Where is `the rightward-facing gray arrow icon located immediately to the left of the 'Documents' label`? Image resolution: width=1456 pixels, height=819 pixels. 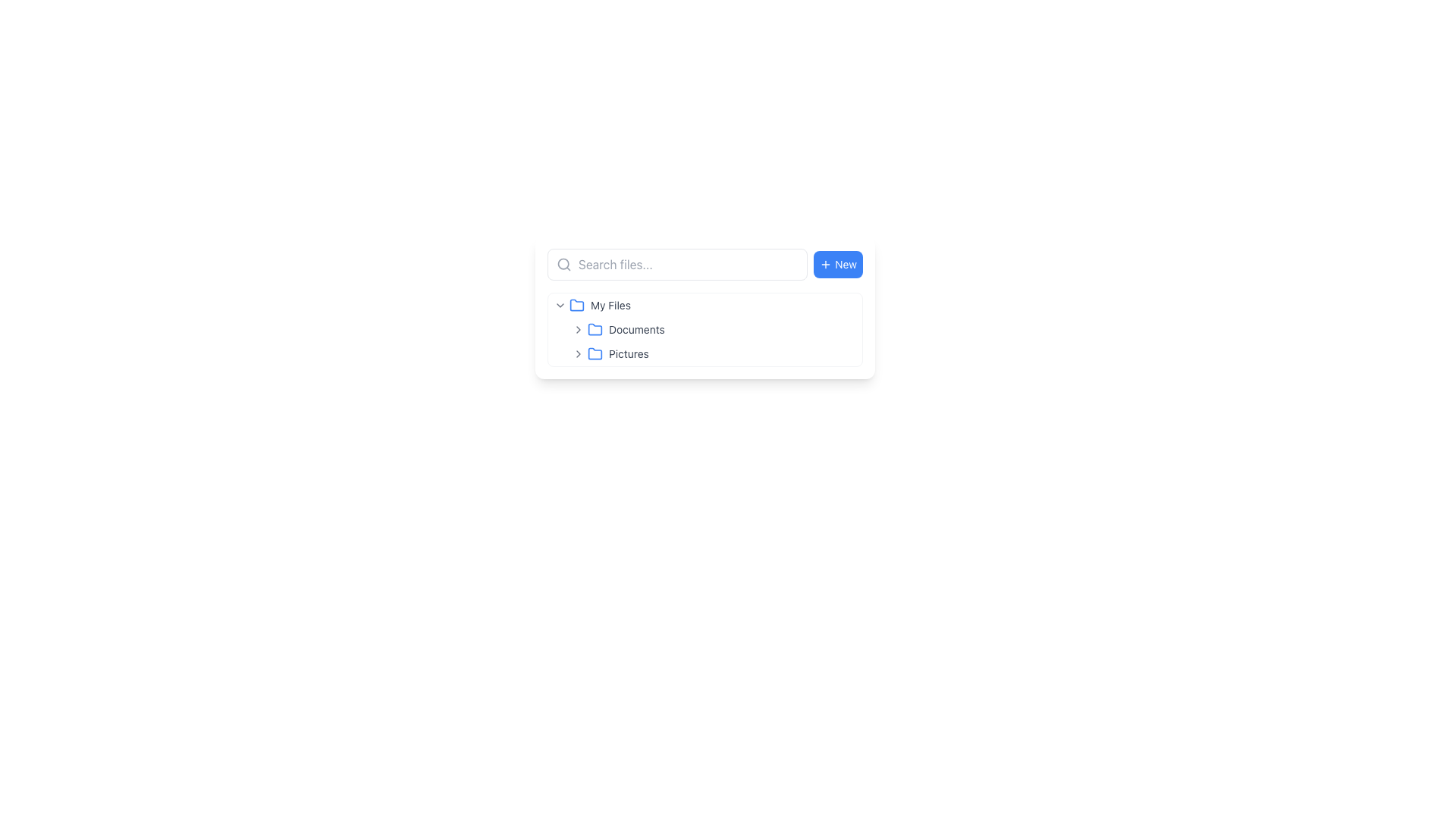
the rightward-facing gray arrow icon located immediately to the left of the 'Documents' label is located at coordinates (578, 329).